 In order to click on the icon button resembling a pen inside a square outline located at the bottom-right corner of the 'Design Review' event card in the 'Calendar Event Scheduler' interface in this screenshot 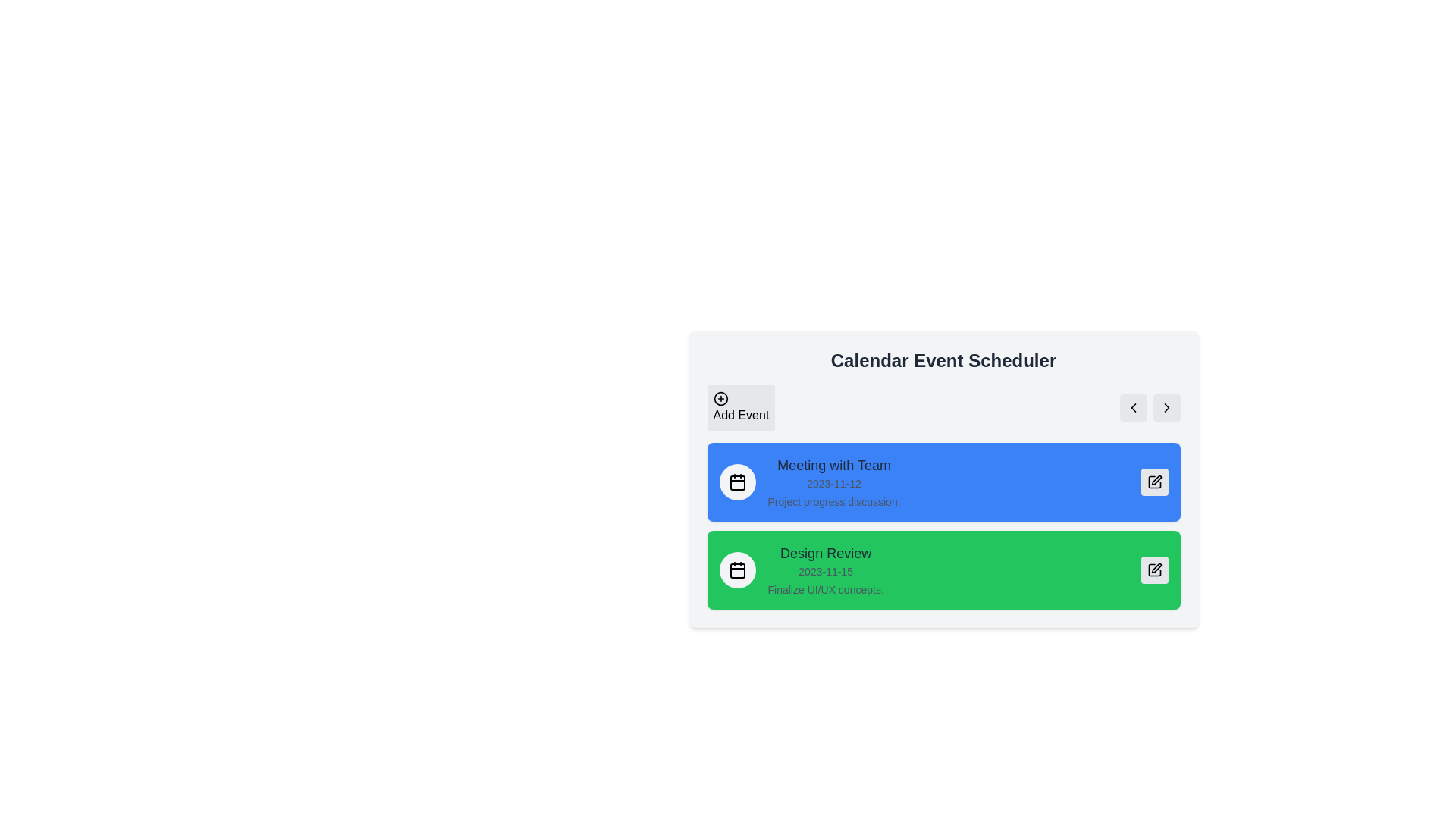, I will do `click(1153, 570)`.